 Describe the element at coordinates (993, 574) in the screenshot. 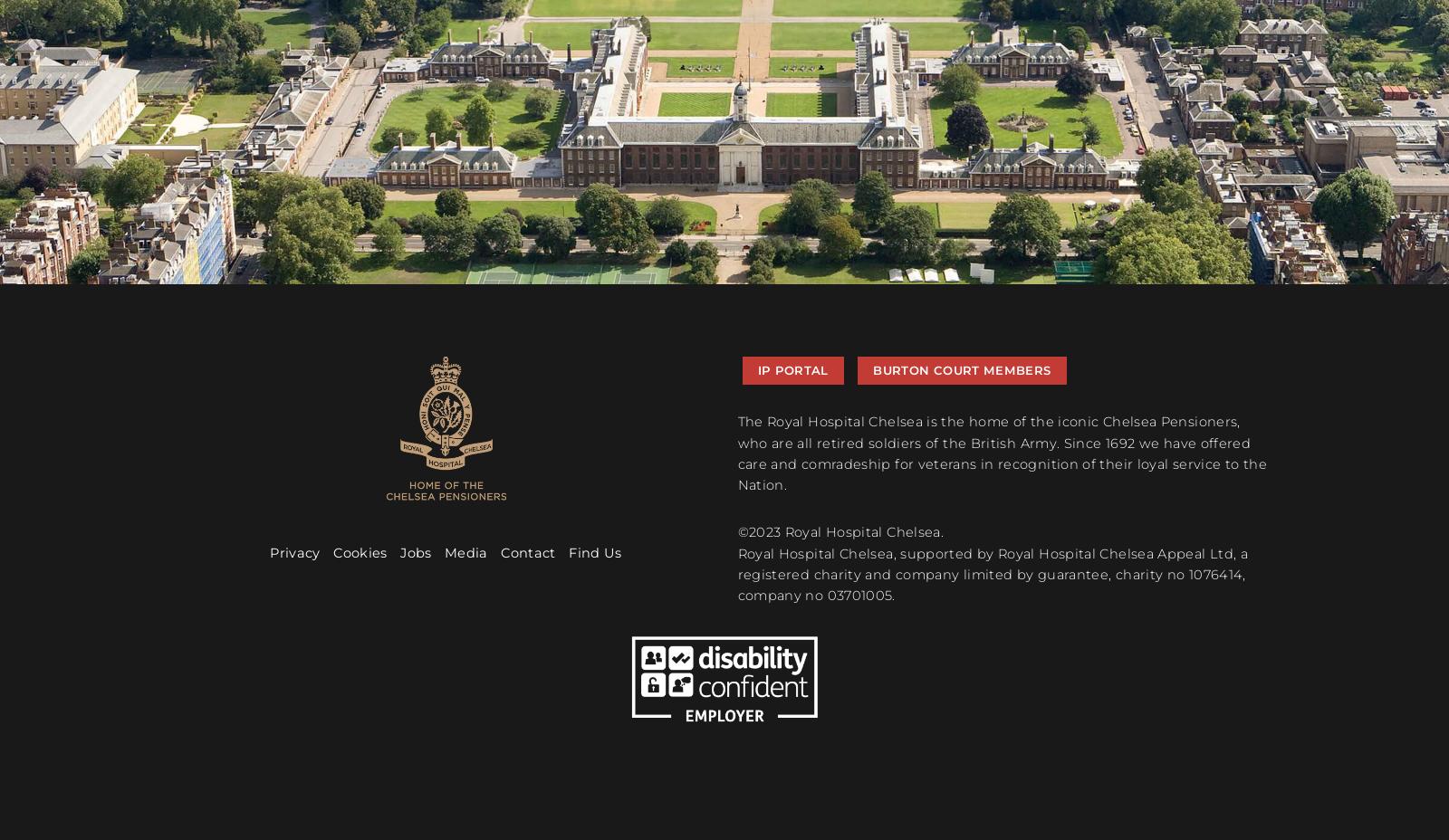

I see `'Royal Hospital Chelsea, supported by Royal Hospital Chelsea Appeal Ltd, a registered charity and company limited by guarantee, charity no 1076414, company no 03701005.'` at that location.